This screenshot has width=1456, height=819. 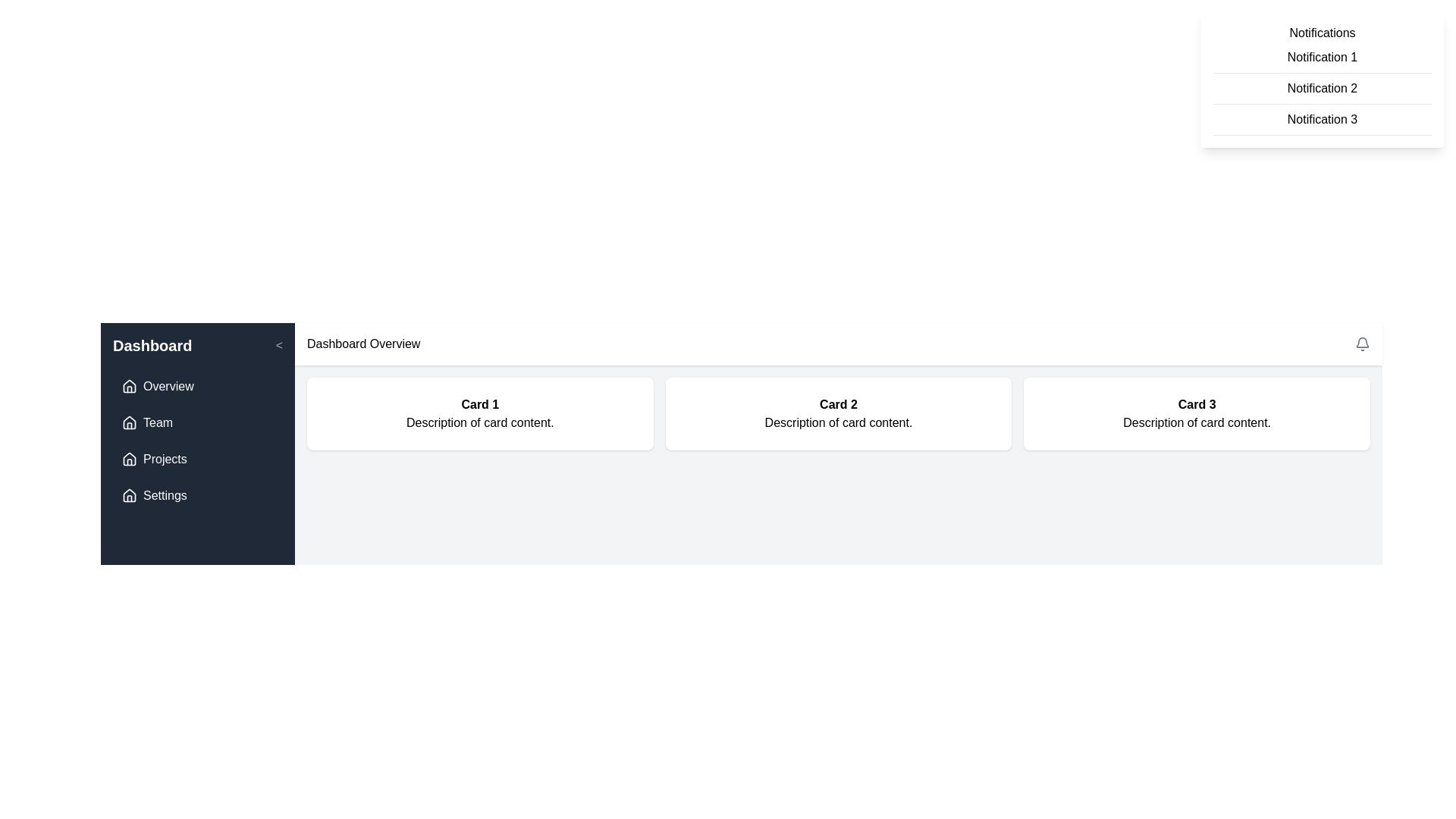 What do you see at coordinates (479, 403) in the screenshot?
I see `the title text of the leftmost card in the dashboard overview section, which serves as a succinct identifier for the card's content` at bounding box center [479, 403].